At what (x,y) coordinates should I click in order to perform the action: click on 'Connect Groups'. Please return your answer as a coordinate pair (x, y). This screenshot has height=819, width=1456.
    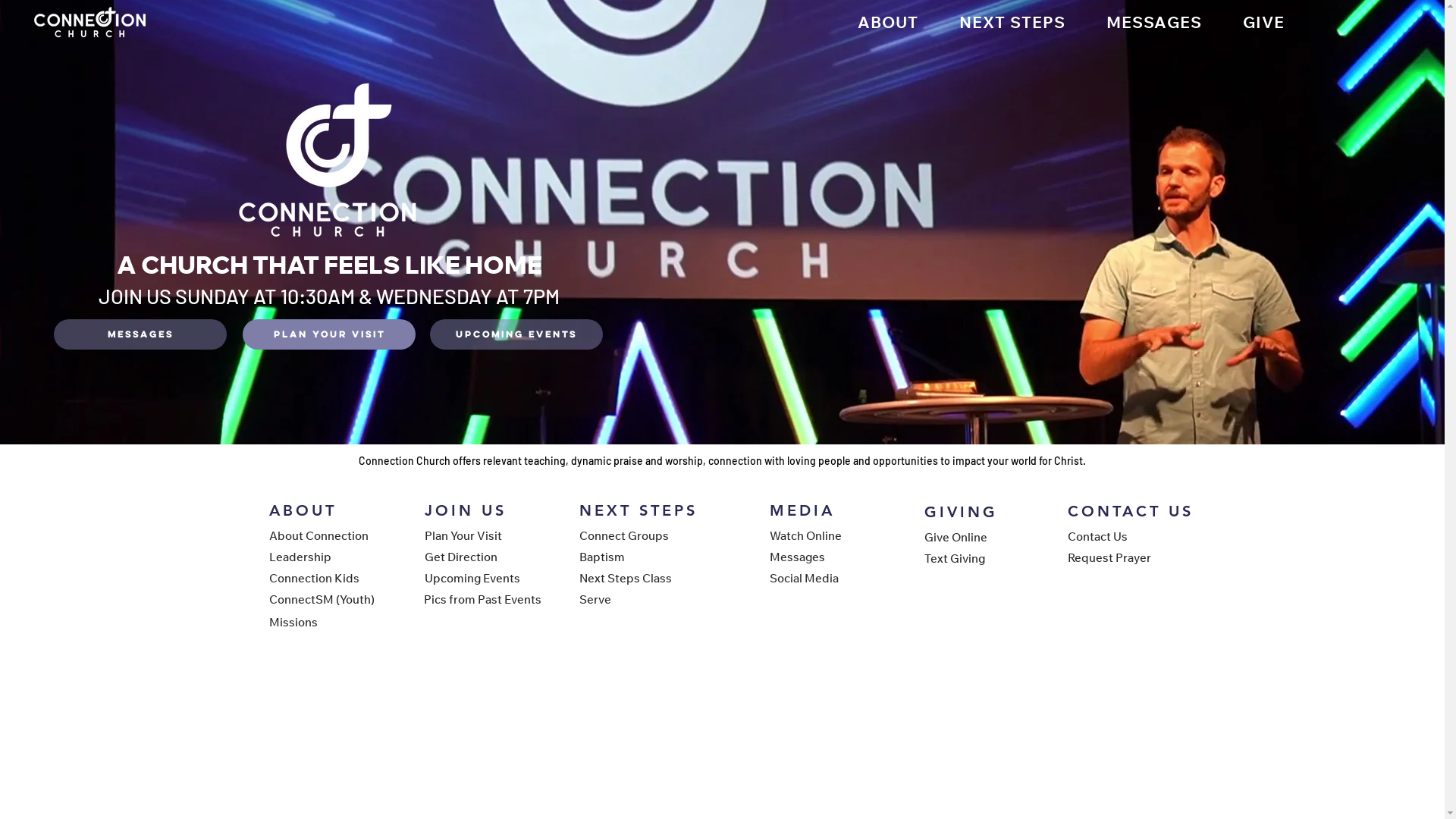
    Looking at the image, I should click on (633, 534).